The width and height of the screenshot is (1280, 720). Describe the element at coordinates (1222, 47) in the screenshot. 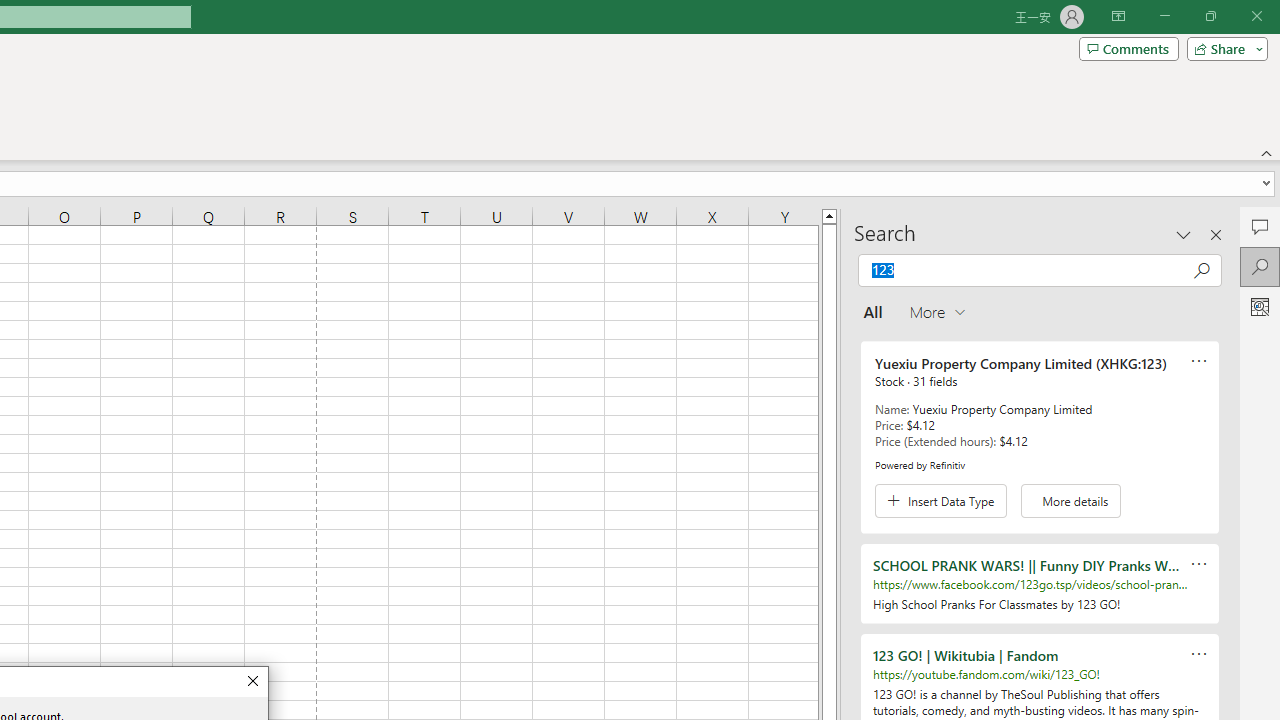

I see `'Share'` at that location.